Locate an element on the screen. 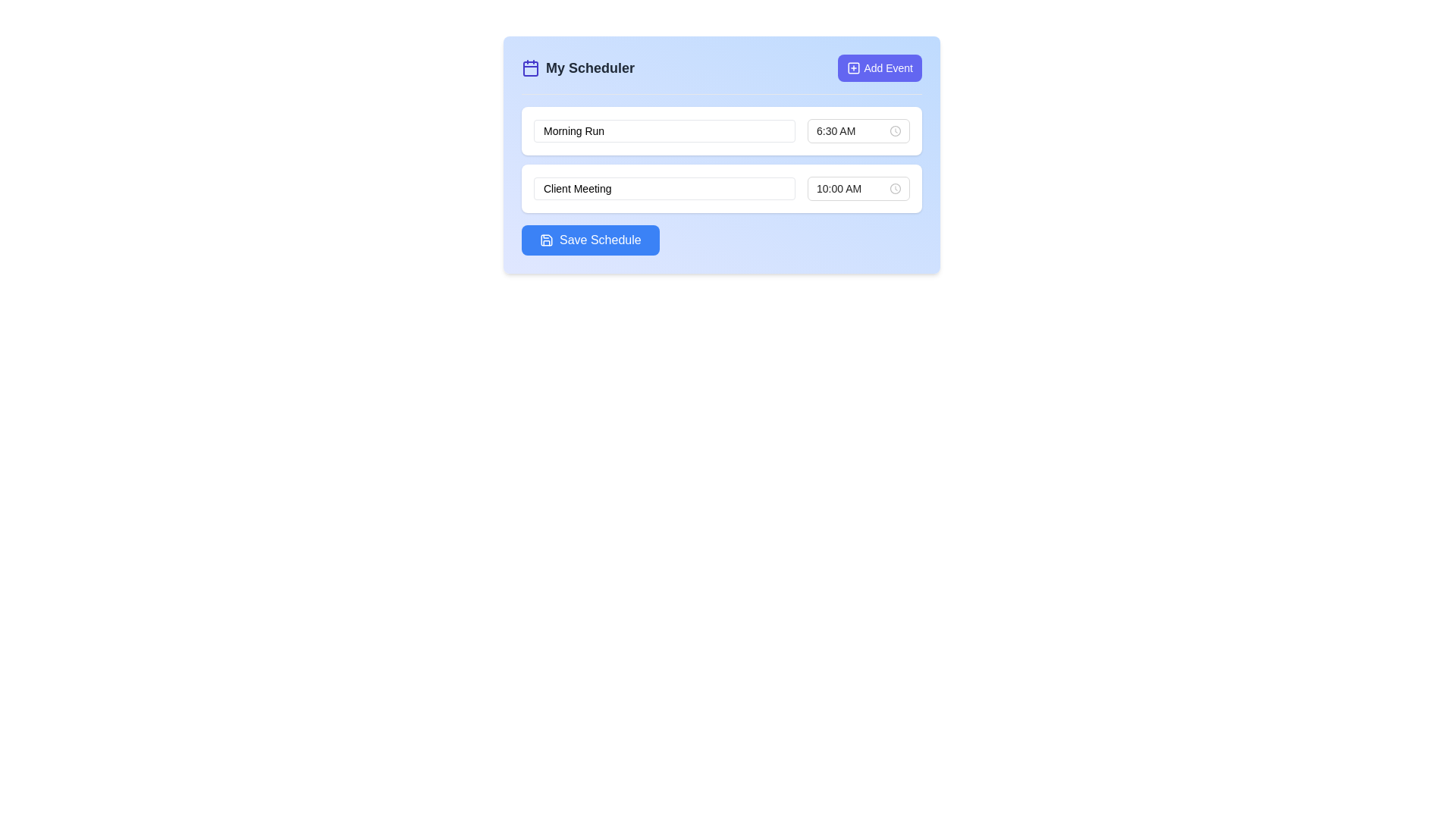 Image resolution: width=1456 pixels, height=819 pixels. the time selection icon located at the far right of the 'Client Meeting' input field in the scheduler interface, adjacent to '10:00 AM' is located at coordinates (895, 188).